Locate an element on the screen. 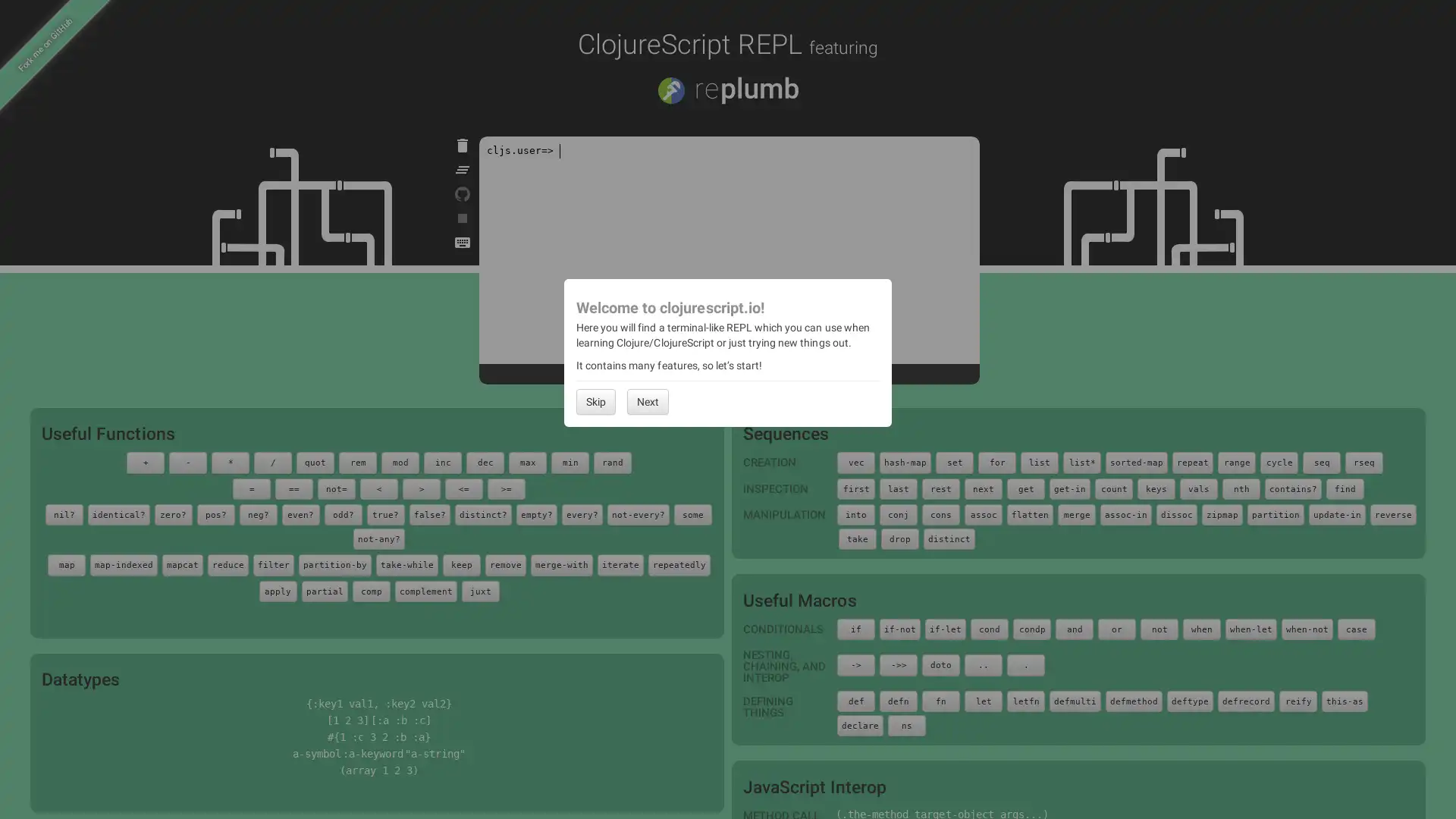  apply is located at coordinates (277, 590).